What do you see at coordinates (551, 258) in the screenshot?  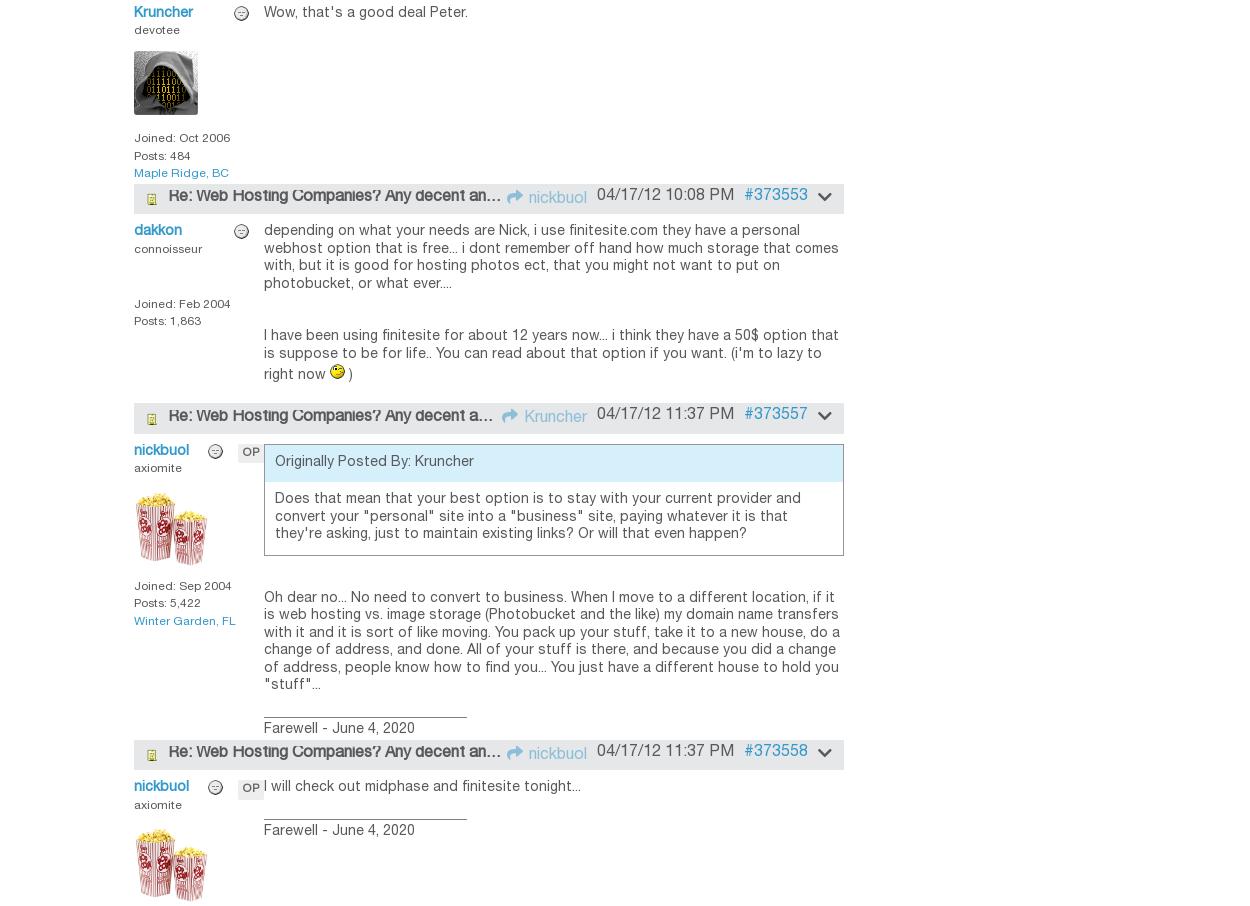 I see `'depending on what your needs are Nick, i use finitesite.com they have a personal webhost option that is free... i dont remember off hand how much storage that comes with, but it is good for hosting photos ect, that you might not want to put on photobucket, or what ever....'` at bounding box center [551, 258].